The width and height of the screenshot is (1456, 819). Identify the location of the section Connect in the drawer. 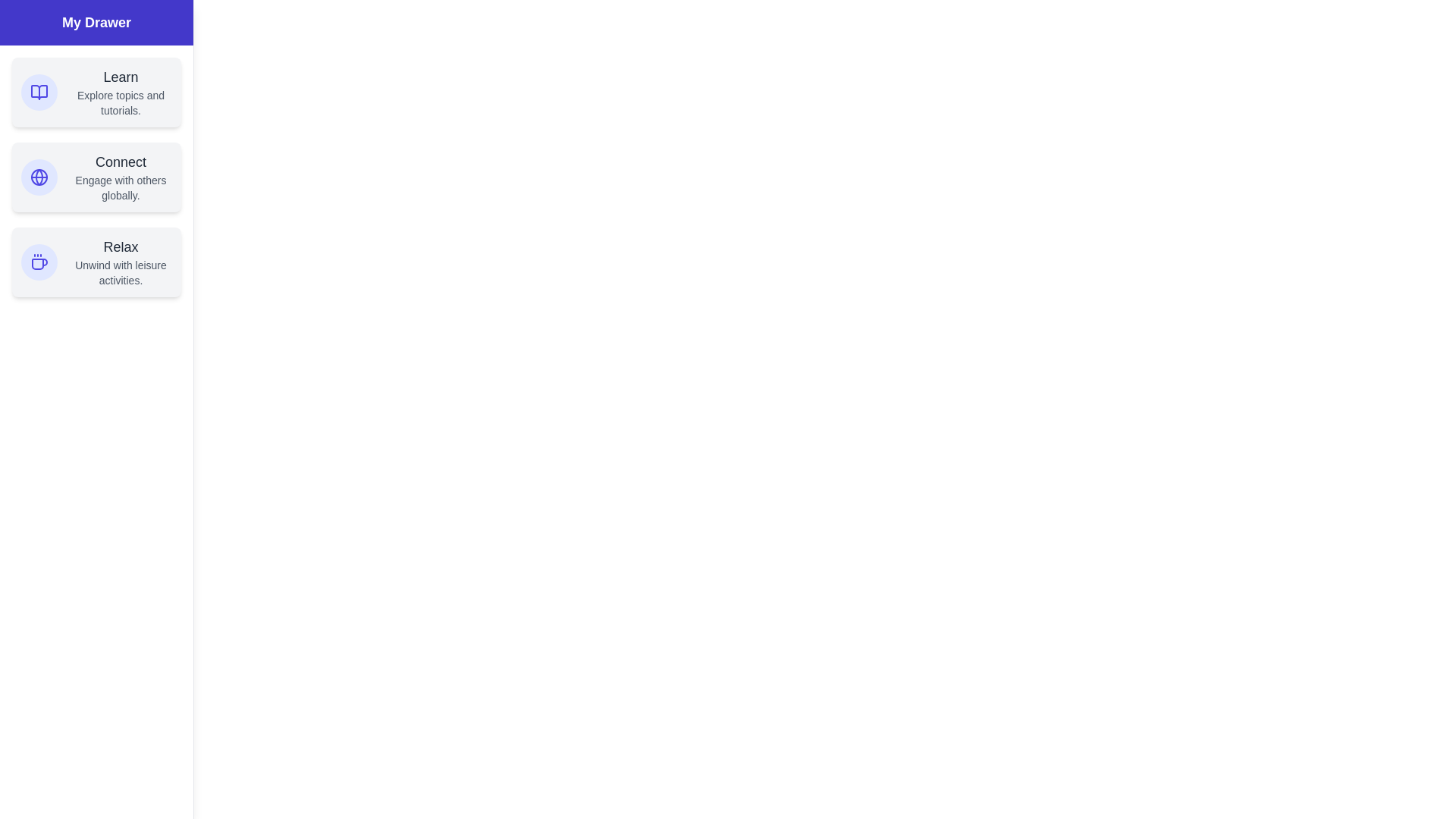
(96, 177).